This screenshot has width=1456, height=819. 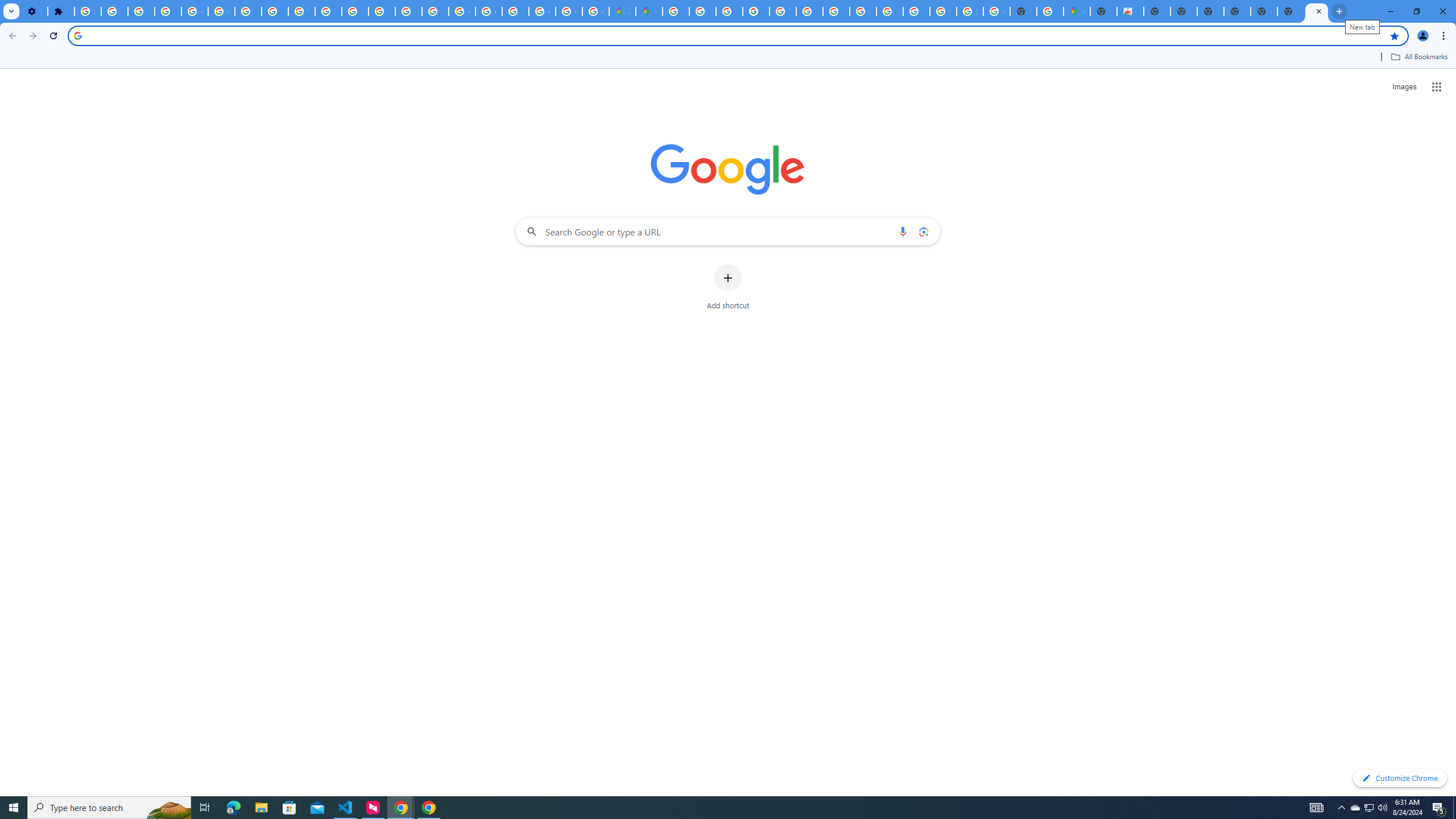 What do you see at coordinates (728, 230) in the screenshot?
I see `'Search Google or type a URL'` at bounding box center [728, 230].